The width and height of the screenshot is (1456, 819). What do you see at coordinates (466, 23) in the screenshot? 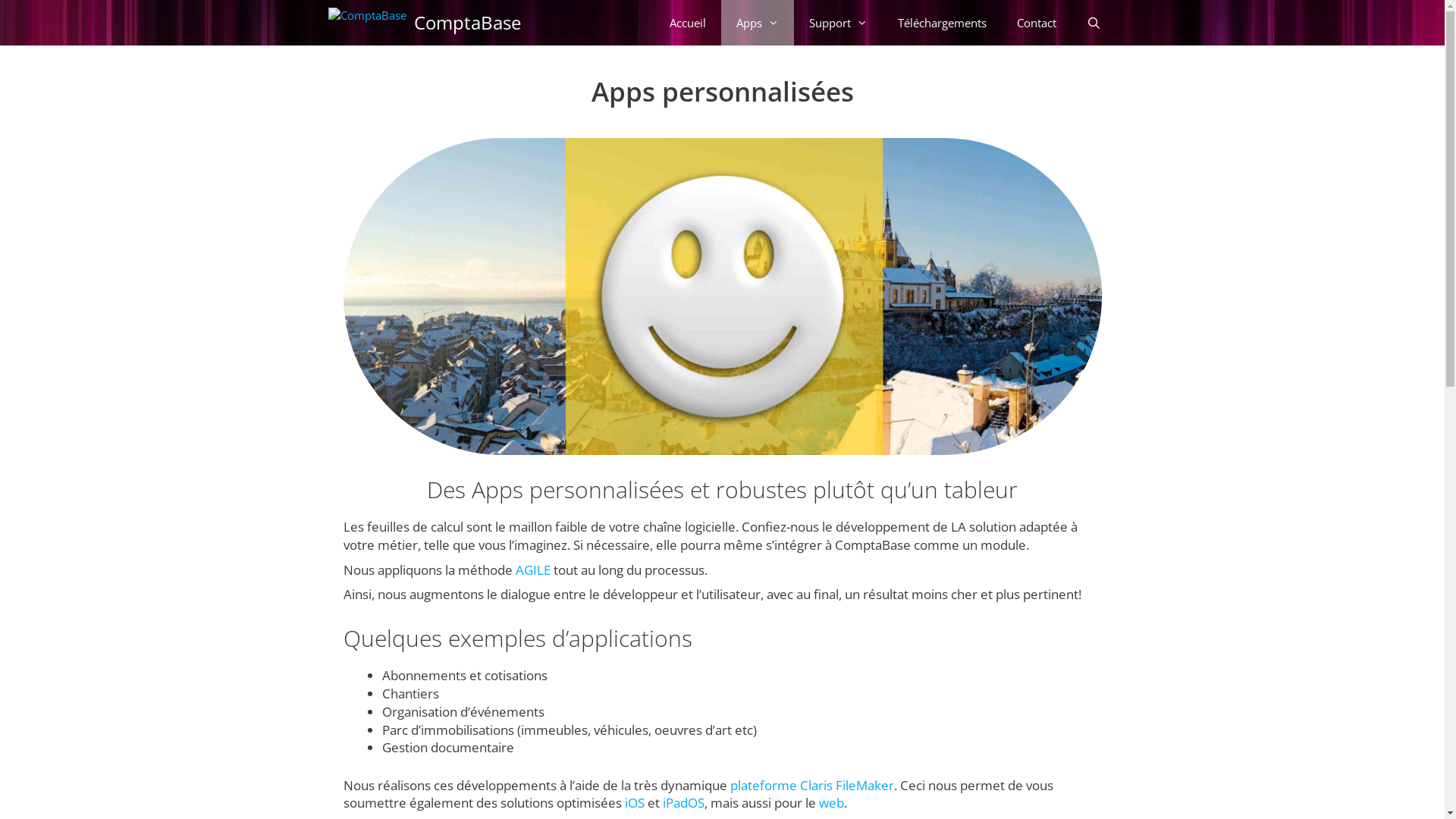
I see `'ComptaBase'` at bounding box center [466, 23].